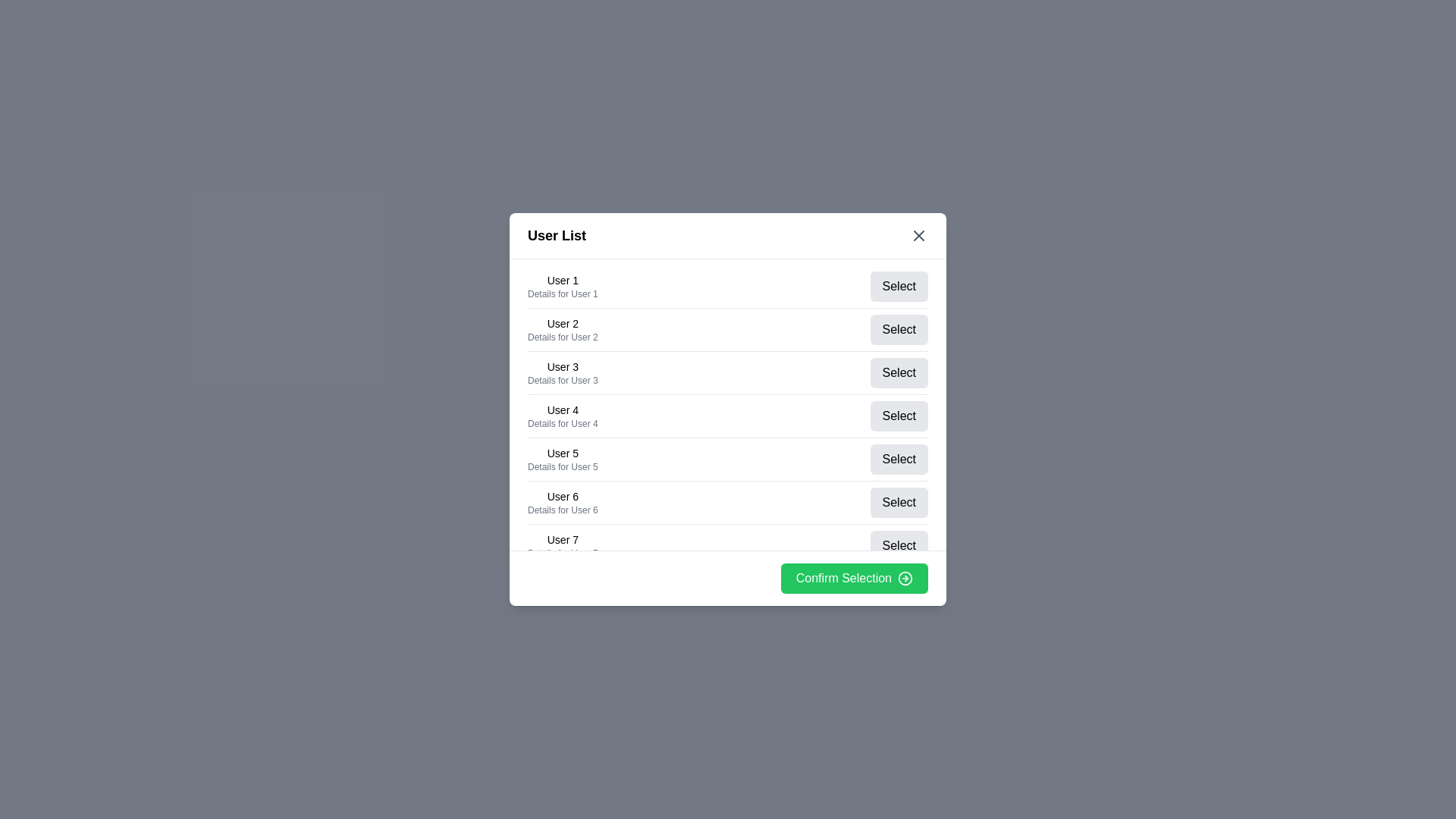 This screenshot has height=819, width=1456. Describe the element at coordinates (899, 546) in the screenshot. I see `'Select' button for user 7` at that location.